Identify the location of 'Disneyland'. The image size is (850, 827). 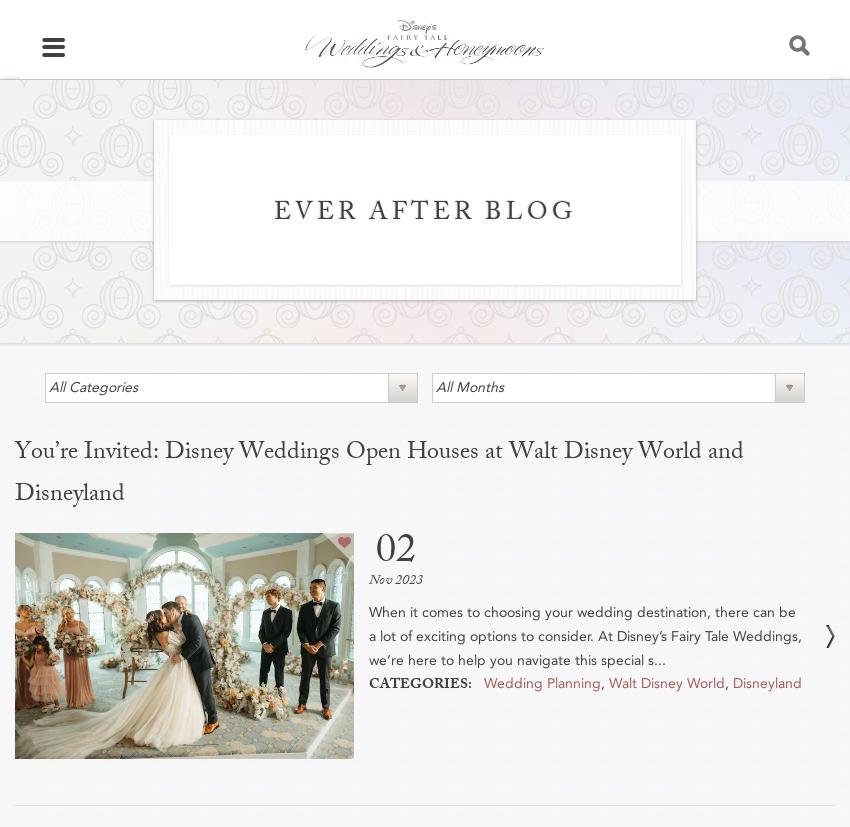
(733, 681).